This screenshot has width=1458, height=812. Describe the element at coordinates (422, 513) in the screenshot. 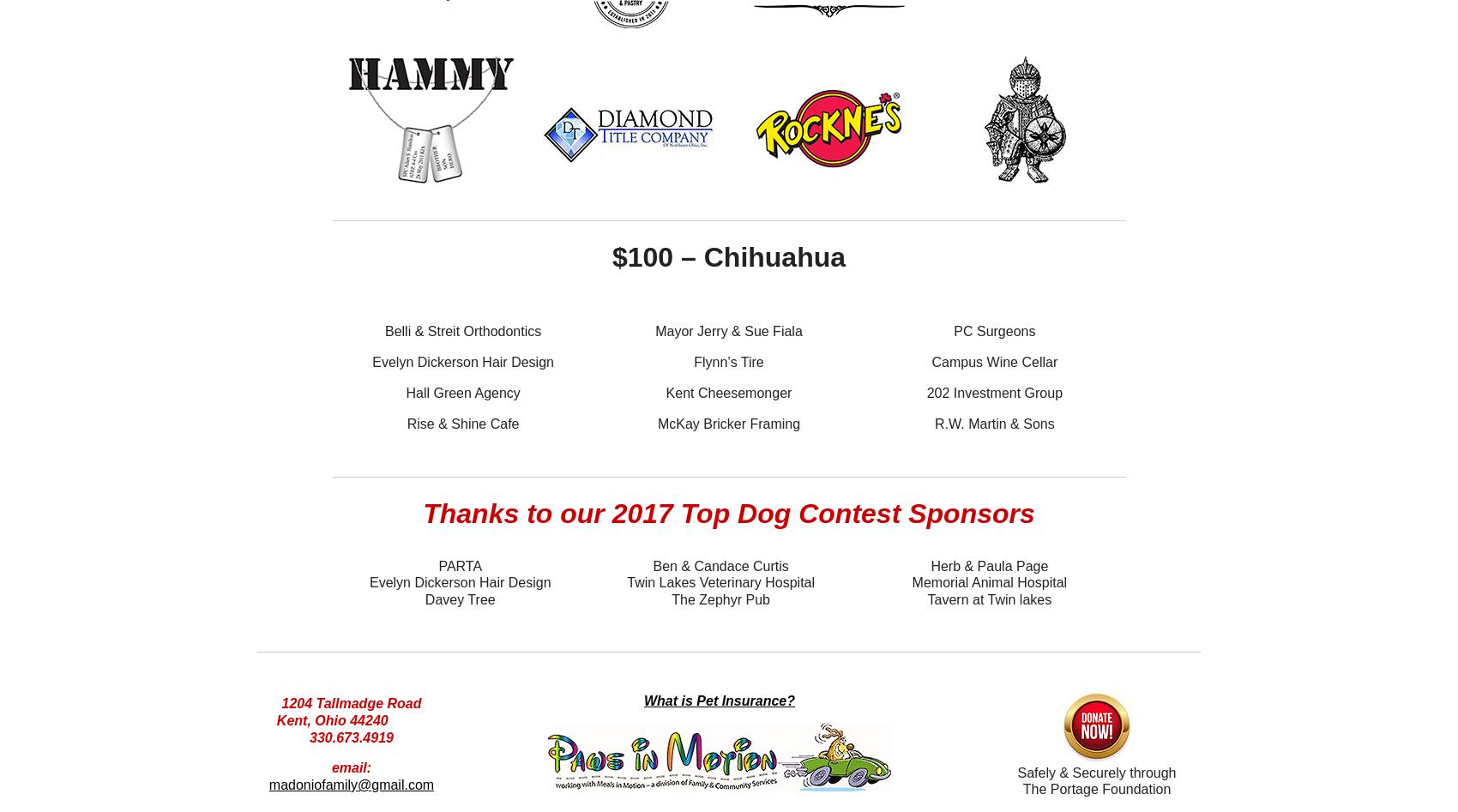

I see `'Thanks to our 2017 Top Dog Contest Sponsors'` at that location.